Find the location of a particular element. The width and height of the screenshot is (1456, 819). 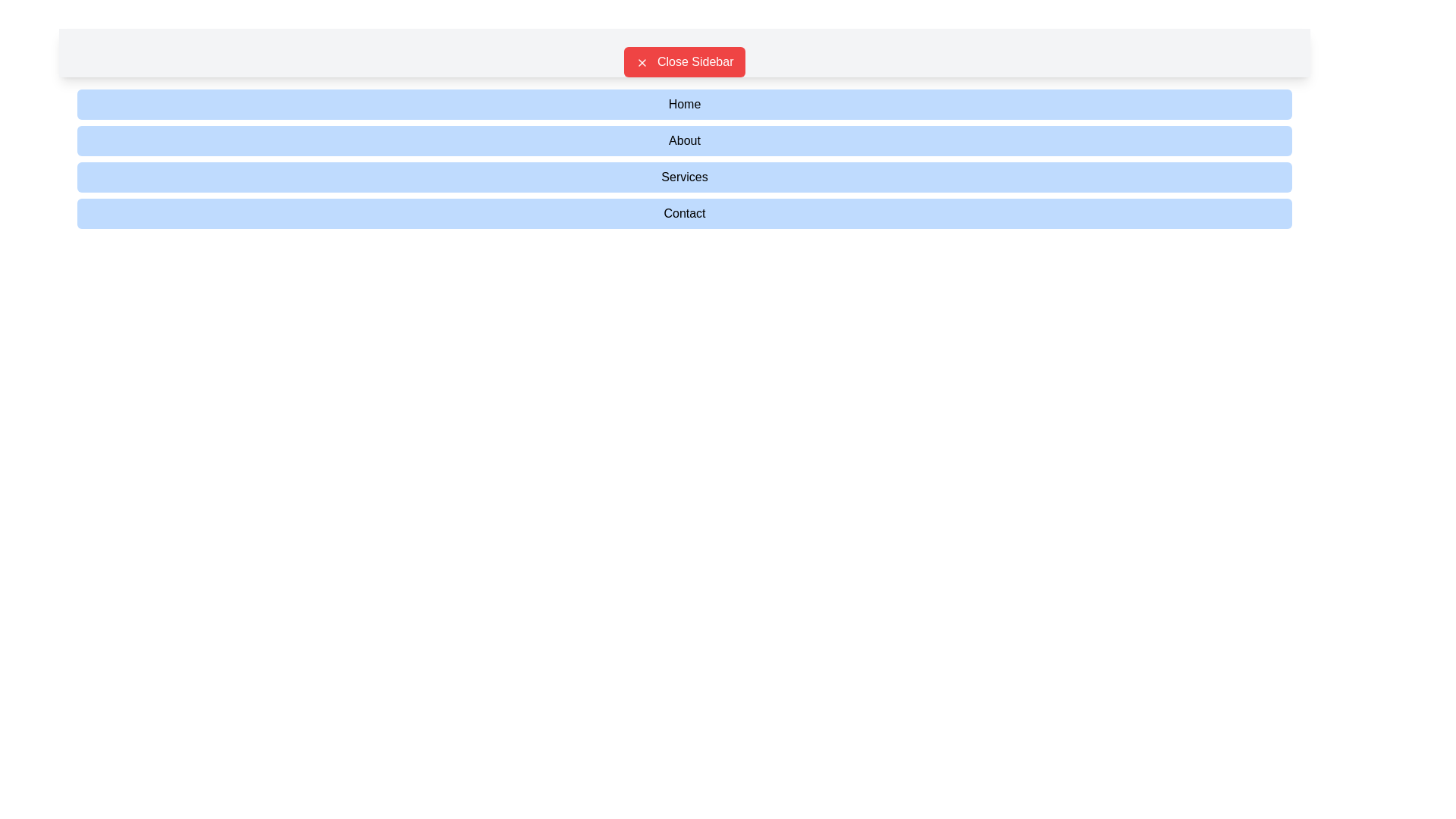

the text label 'EnhancedNavBar' which is styled in bold, white font and is centrally positioned in the navigation bar is located at coordinates (654, 52).